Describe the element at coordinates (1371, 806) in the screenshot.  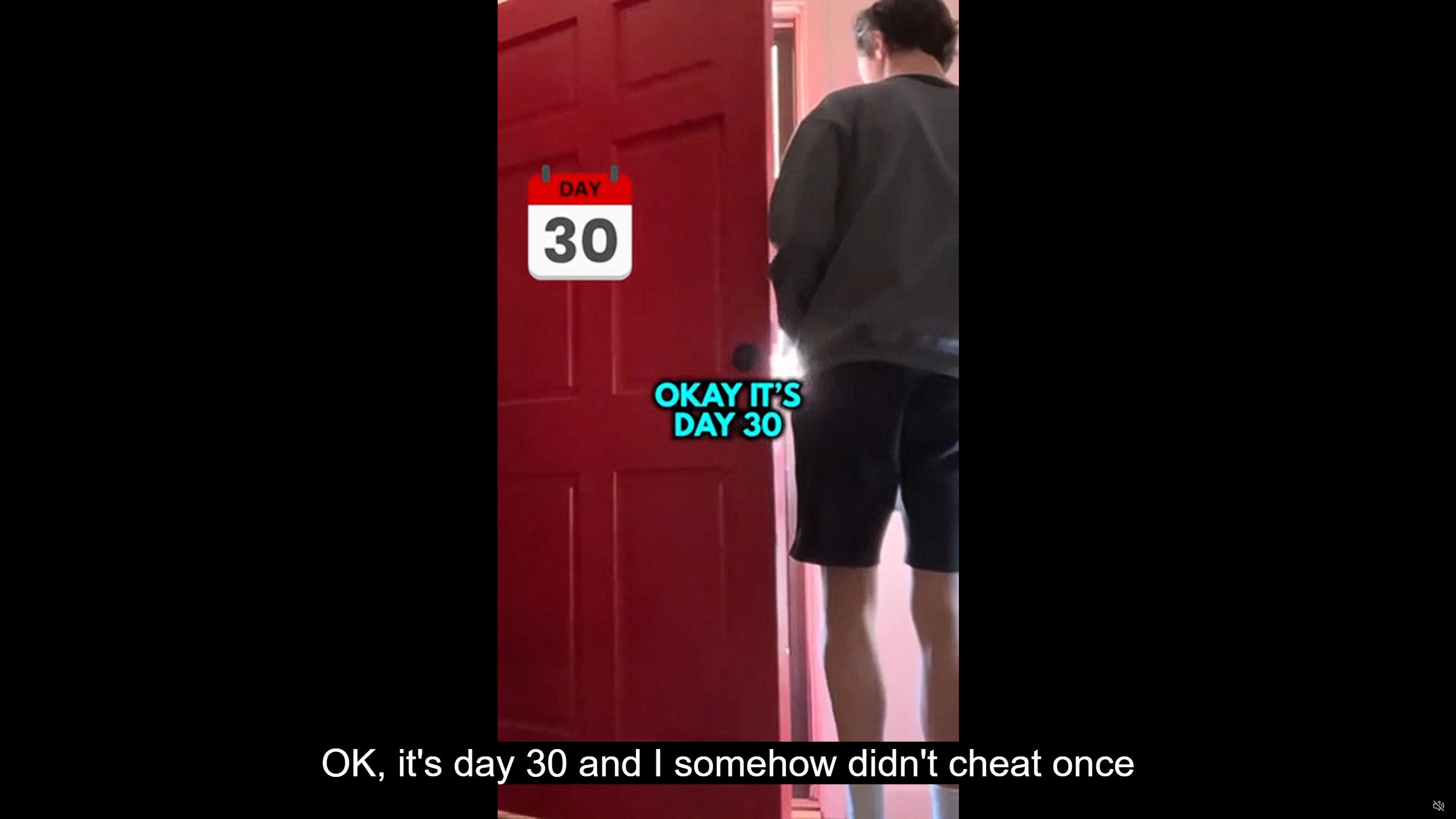
I see `'Quality Settings'` at that location.